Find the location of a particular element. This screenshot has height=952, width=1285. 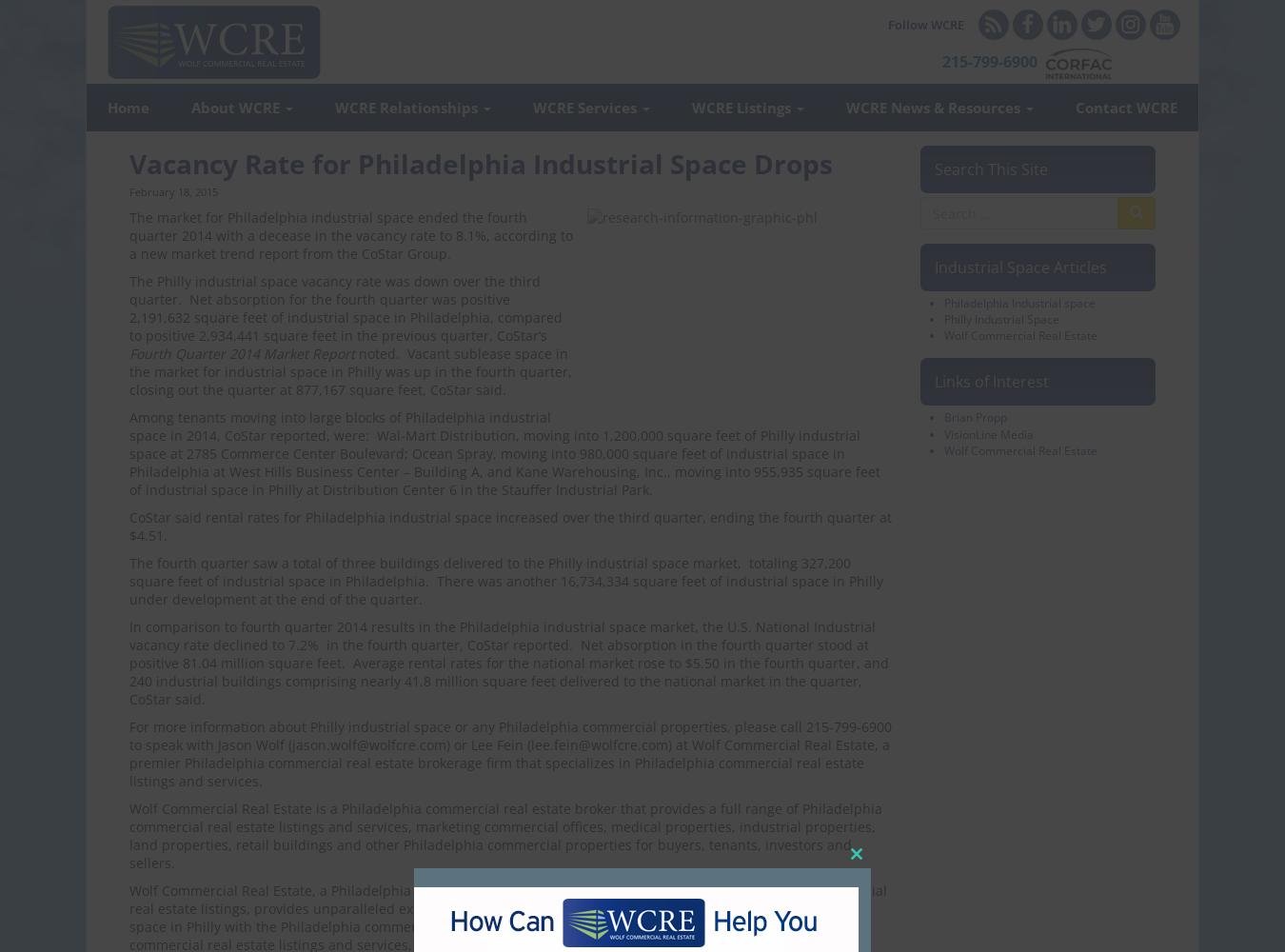

'For more information about Philly industrial space or any Philadelphia commercial properties, please call 215-799-6900 to speak with Jason Wolf (jason.wolf@wolfcre.com) or Lee Fein (lee.fein@wolfcre.com) at Wolf Commercial Real Estate, a premier Philadelphia commercial real estate brokerage firm that specializes in Philadelphia commercial real estate listings and services.' is located at coordinates (509, 754).